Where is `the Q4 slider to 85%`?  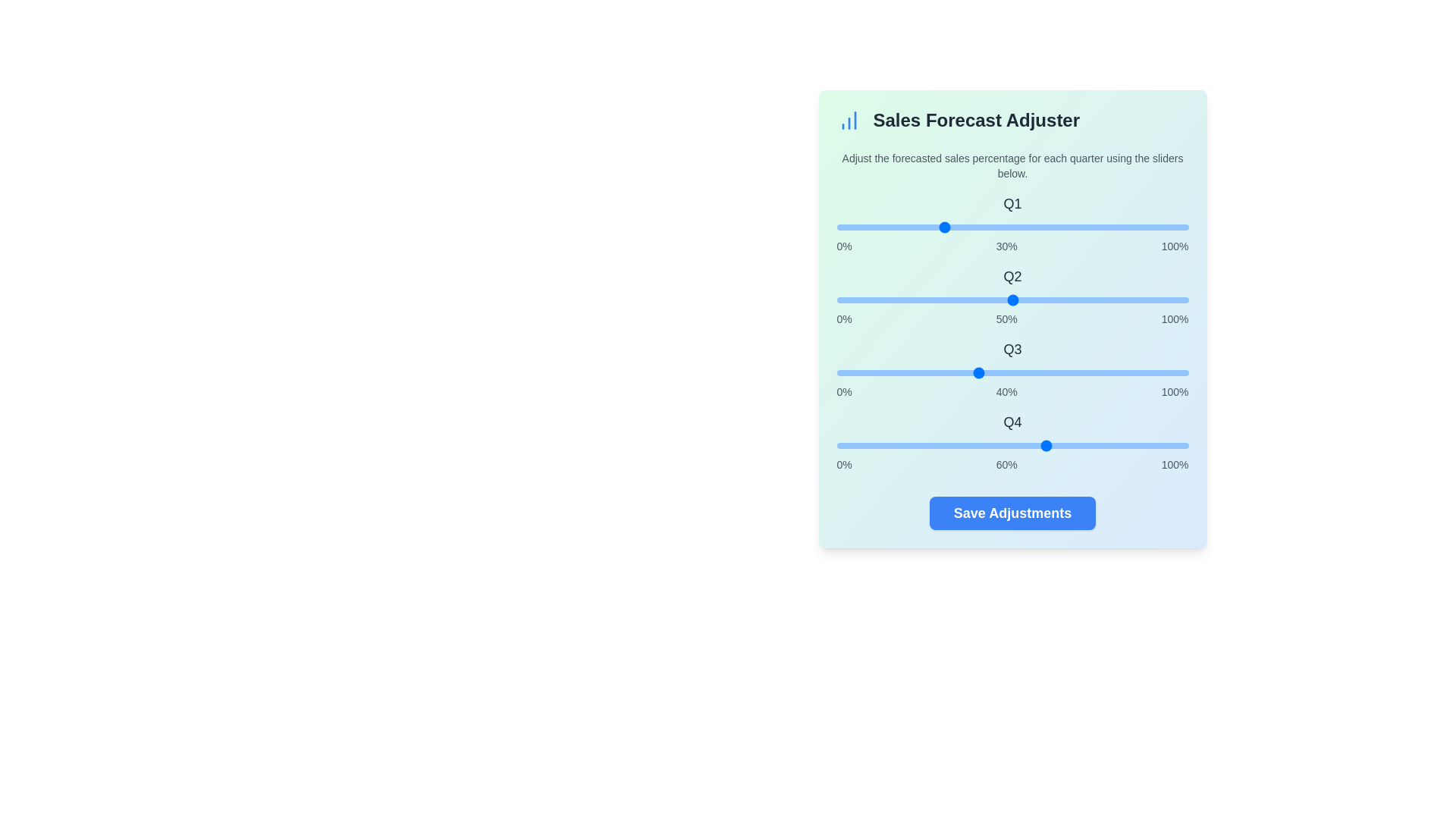
the Q4 slider to 85% is located at coordinates (1135, 444).